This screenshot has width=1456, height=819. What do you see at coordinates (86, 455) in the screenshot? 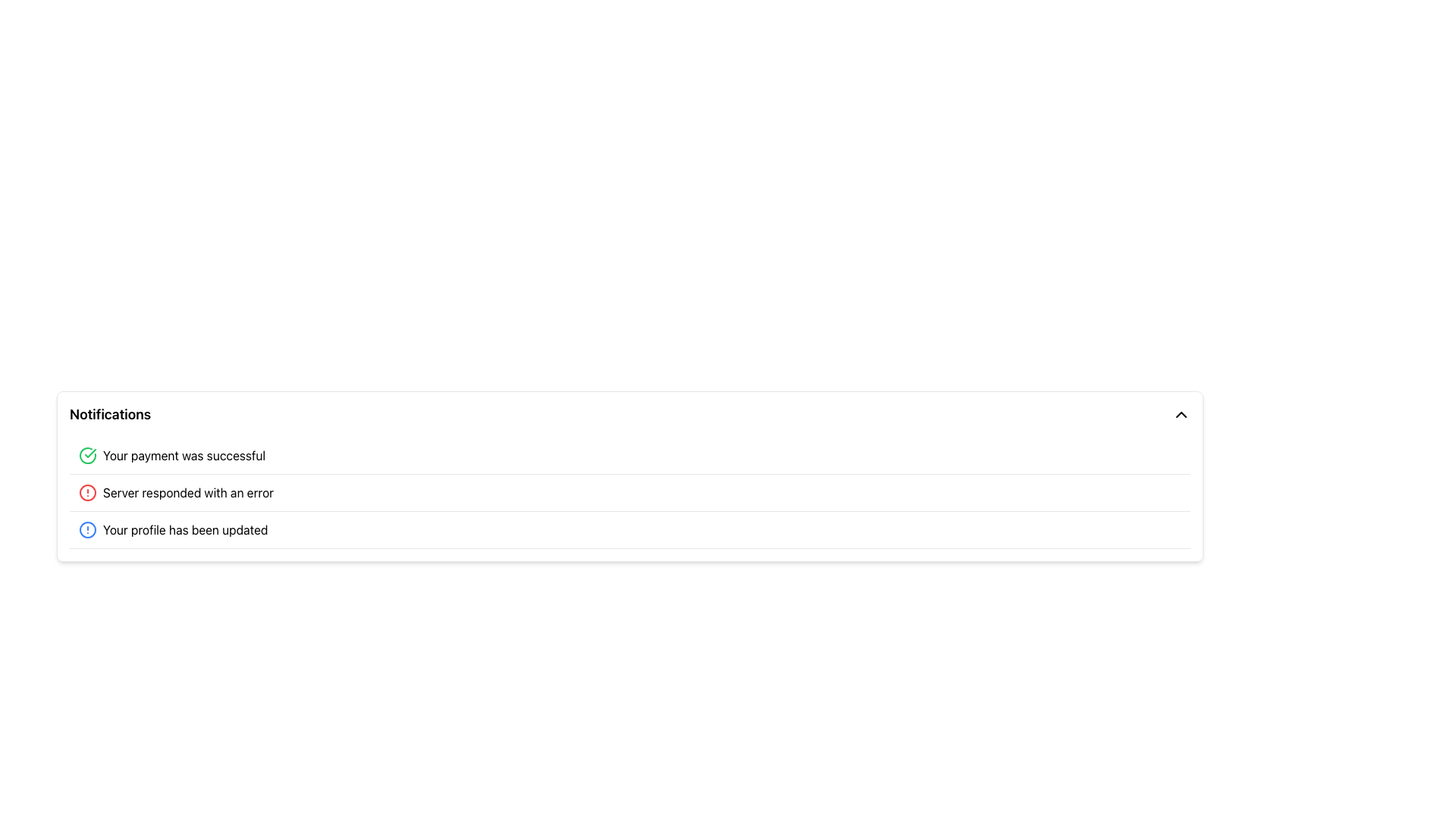
I see `the success status icon located to the left of the notification that reads 'Your payment was successful.'` at bounding box center [86, 455].